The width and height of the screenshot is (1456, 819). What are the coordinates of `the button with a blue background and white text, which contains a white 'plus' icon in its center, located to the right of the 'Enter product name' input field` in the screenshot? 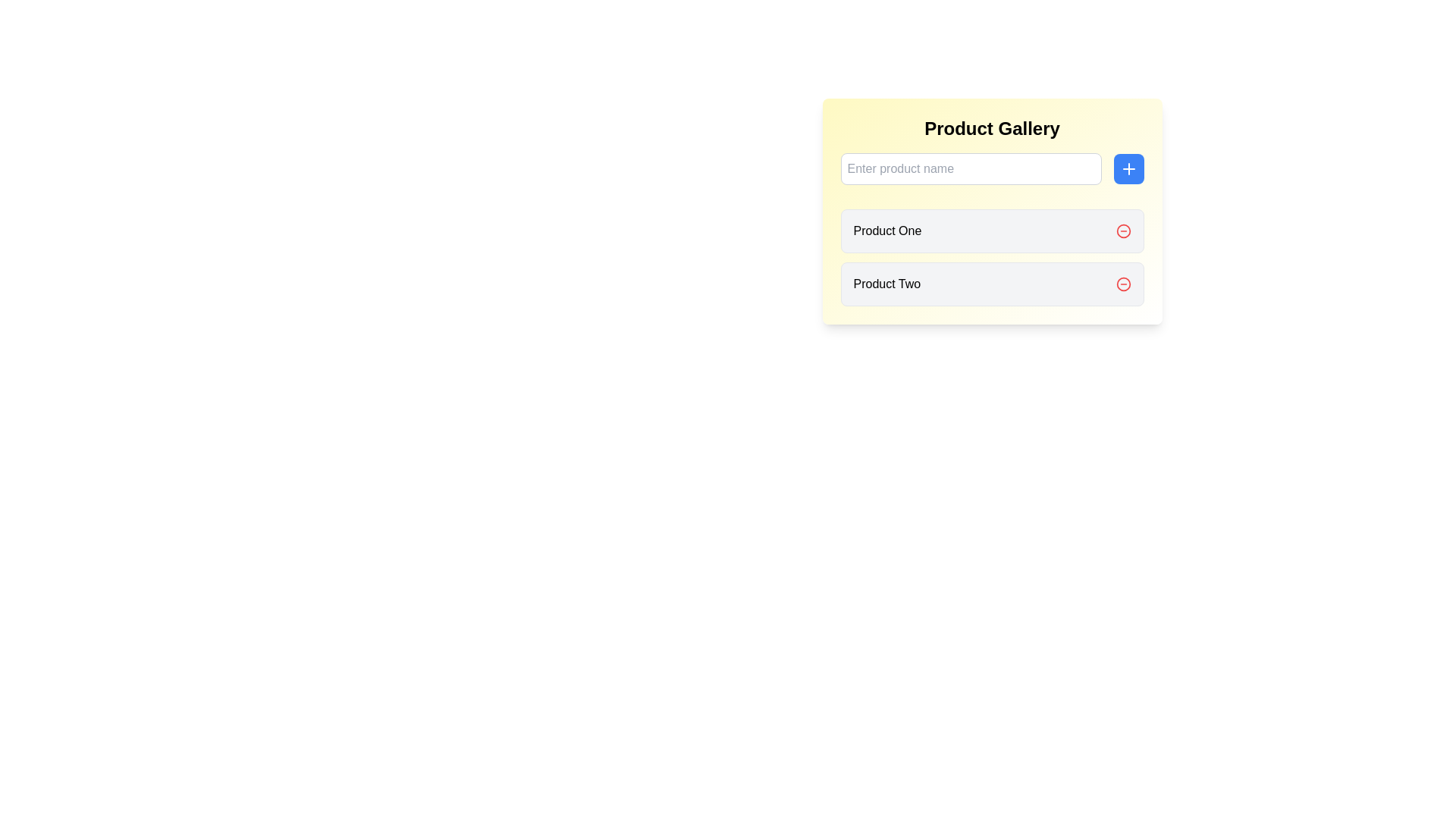 It's located at (1128, 169).